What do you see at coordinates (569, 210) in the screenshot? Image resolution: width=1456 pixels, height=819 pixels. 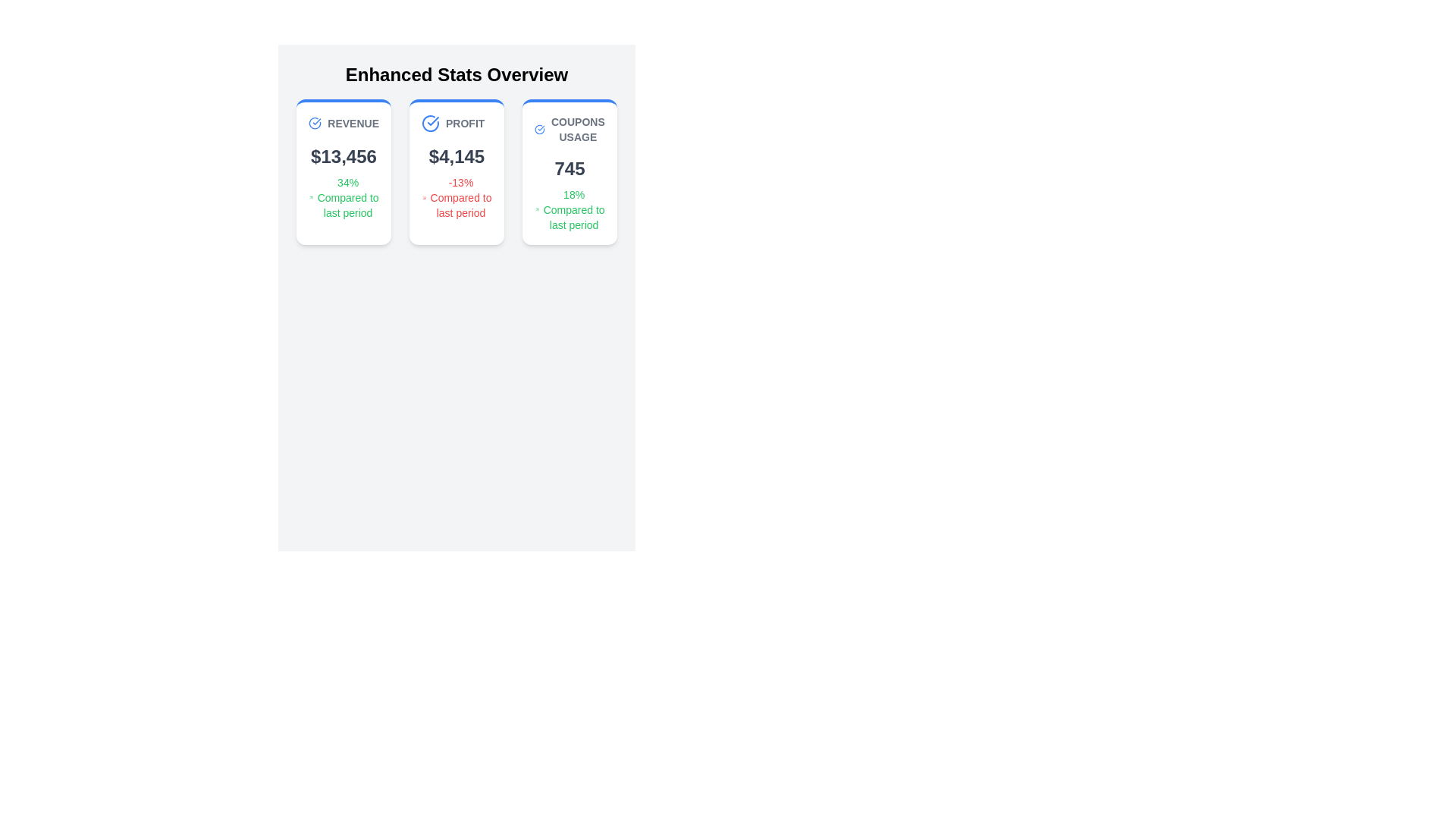 I see `the text with icon indicating a positive change of 18% higher in the 'COUPONS USAGE' card located beneath the number '745' in the 'Enhanced Stats Overview' section` at bounding box center [569, 210].